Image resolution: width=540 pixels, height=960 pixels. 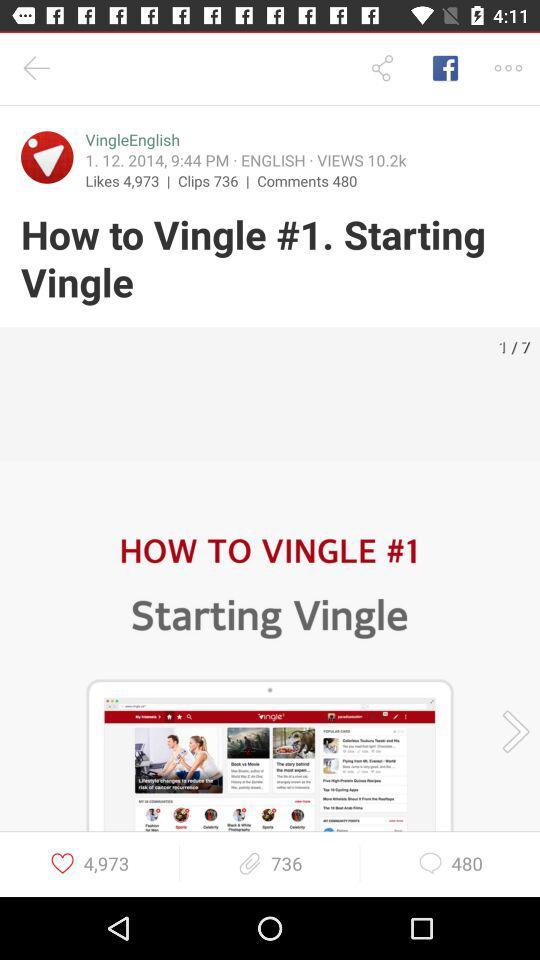 What do you see at coordinates (307, 179) in the screenshot?
I see `the comments 480 item` at bounding box center [307, 179].